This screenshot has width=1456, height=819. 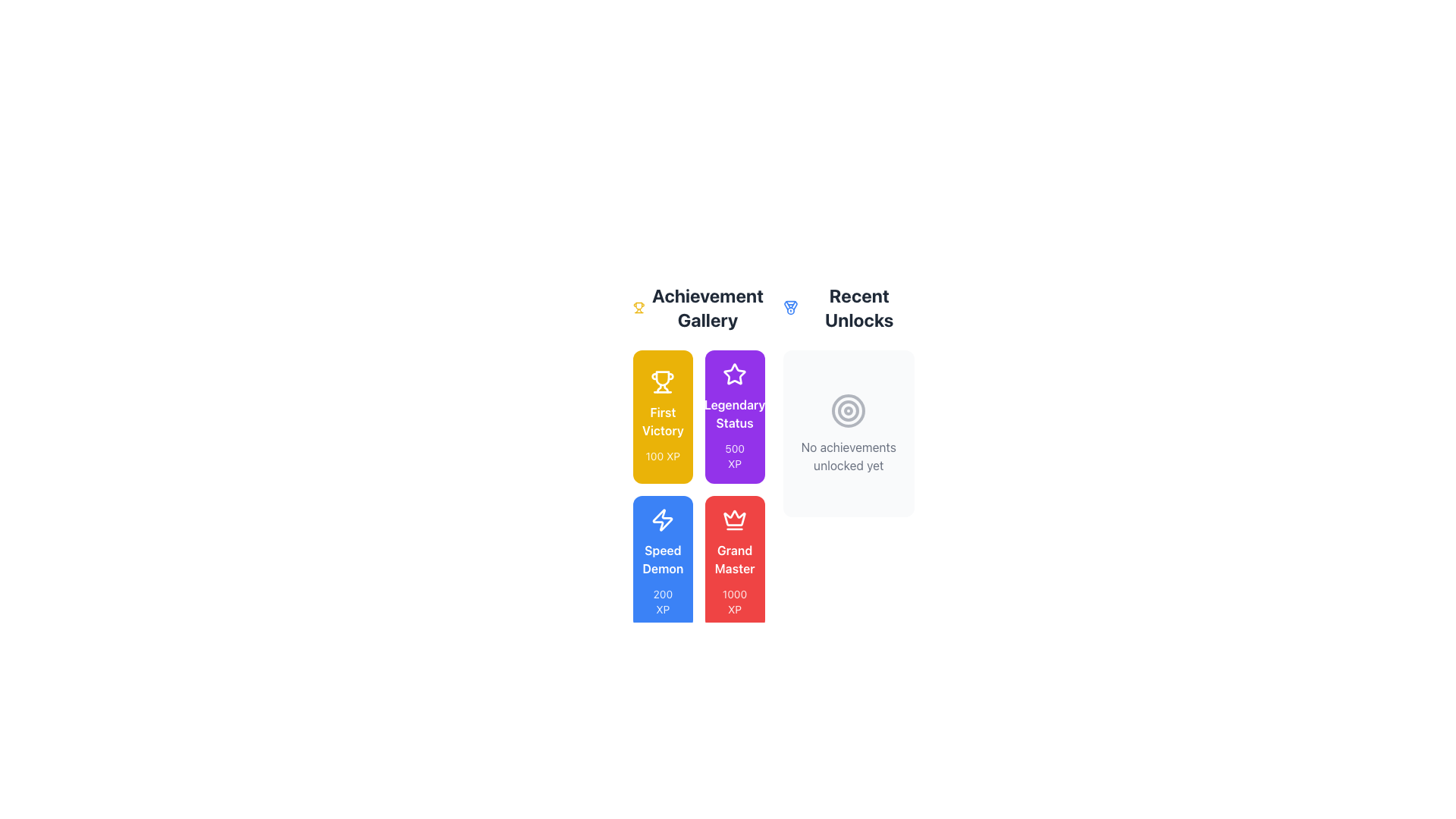 I want to click on an item in the 'Achievement Gallery' section, so click(x=698, y=455).